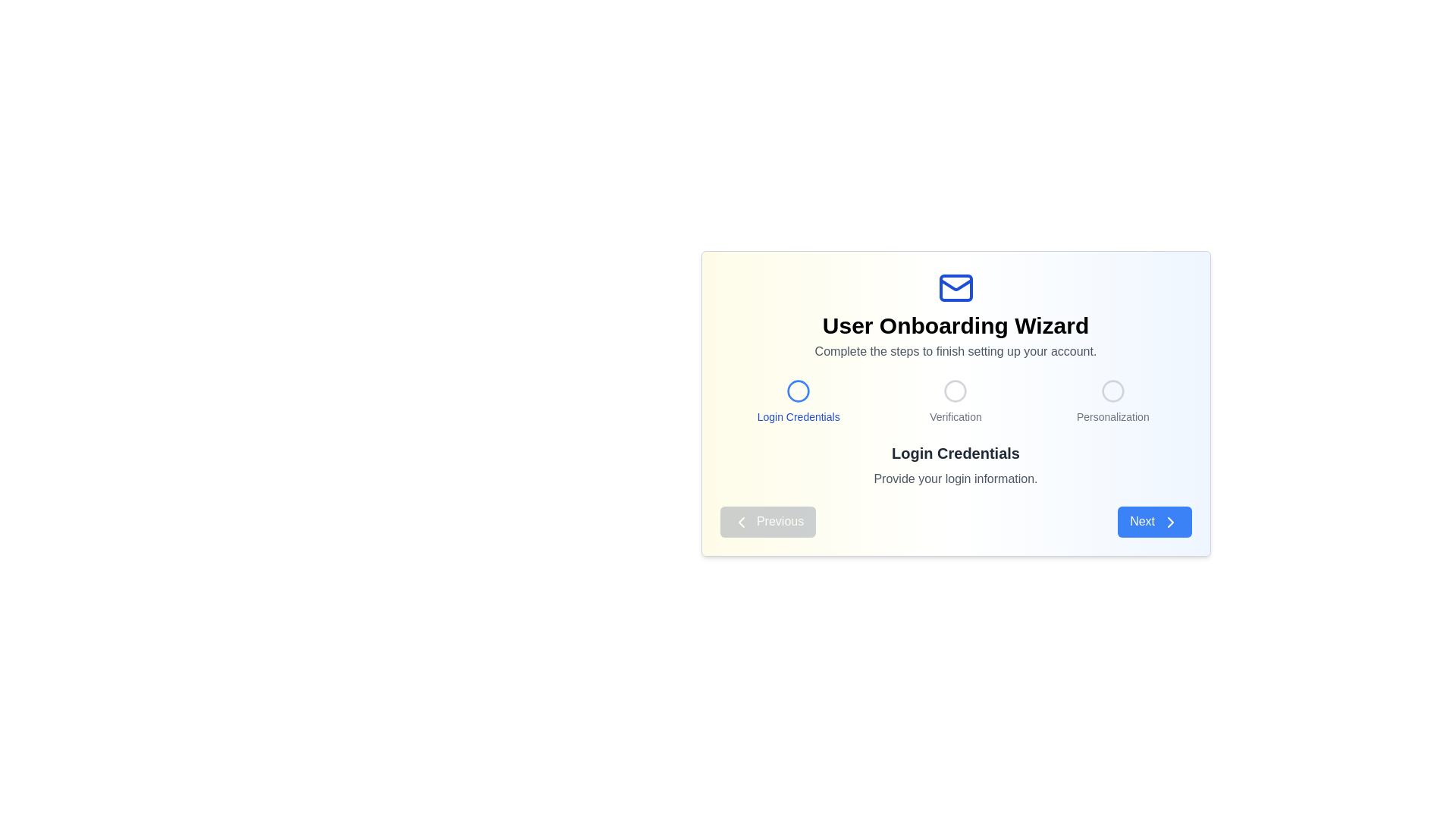  What do you see at coordinates (955, 397) in the screenshot?
I see `the Visual Step Indicator for the 'Verification' step in the user onboarding wizard` at bounding box center [955, 397].